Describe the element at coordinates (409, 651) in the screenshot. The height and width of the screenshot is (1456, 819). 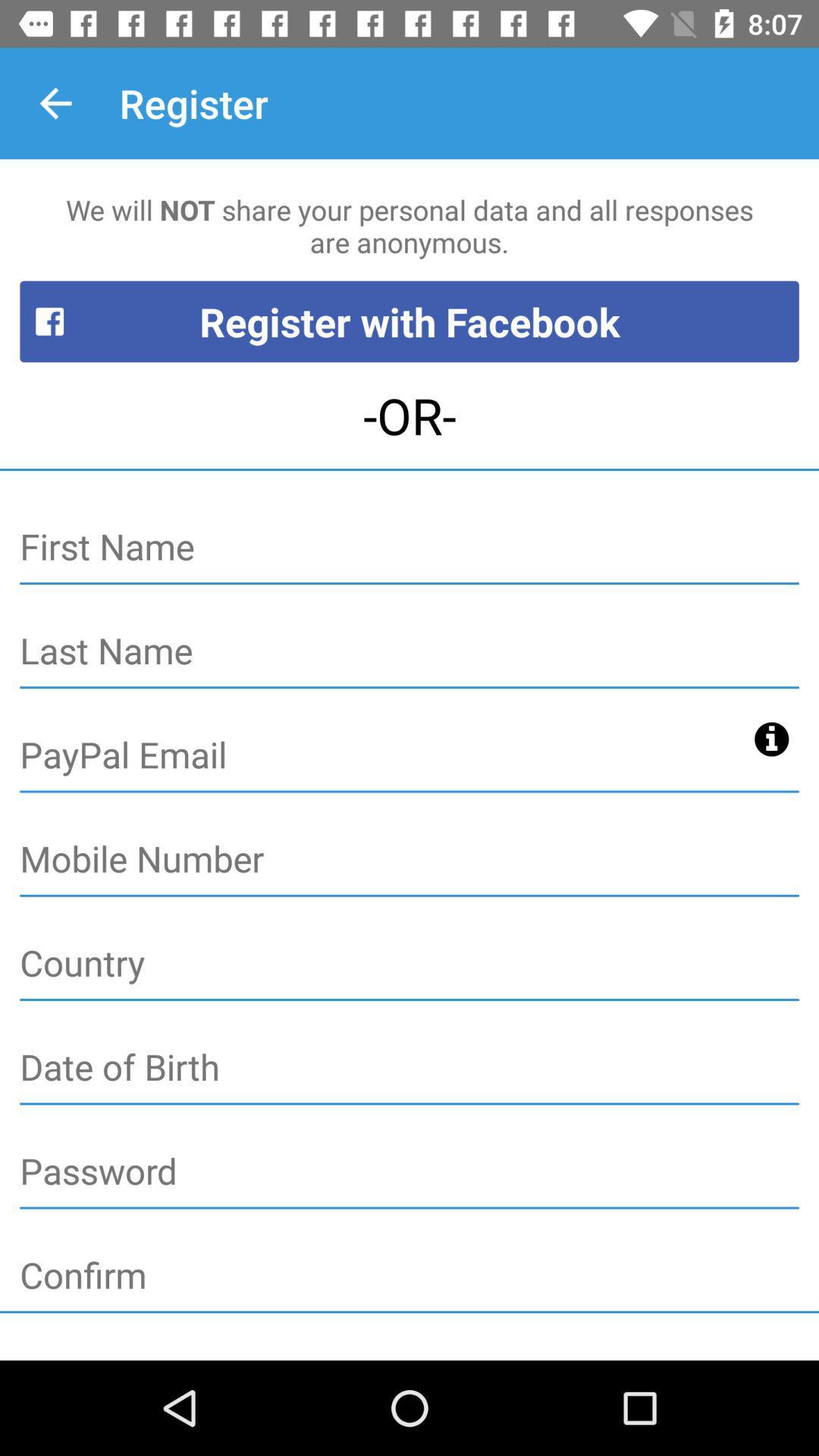
I see `enter` at that location.